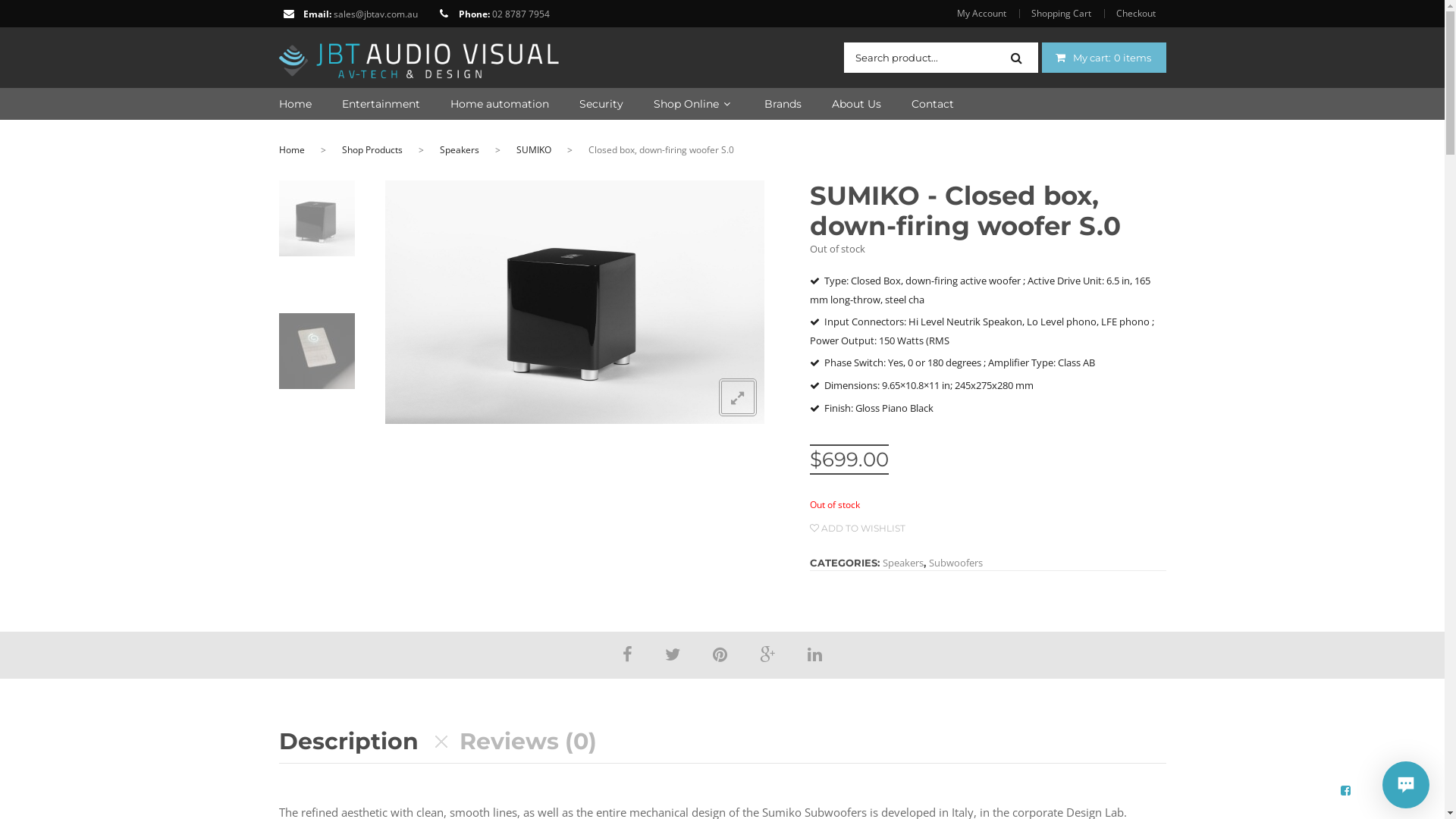 This screenshot has width=1456, height=819. I want to click on 'Shopping Cart', so click(1059, 14).